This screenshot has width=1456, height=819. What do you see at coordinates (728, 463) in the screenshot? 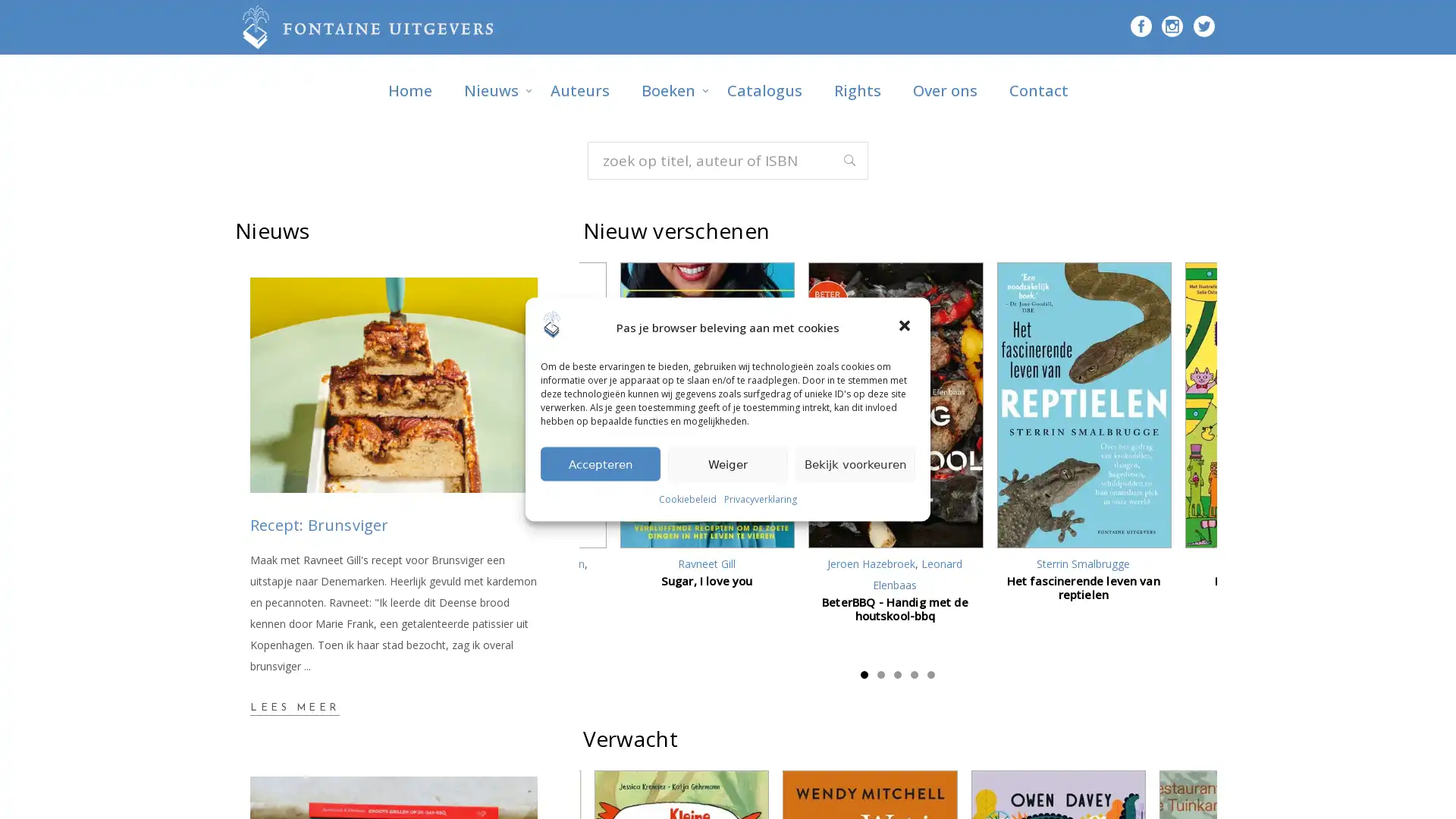
I see `Weiger` at bounding box center [728, 463].